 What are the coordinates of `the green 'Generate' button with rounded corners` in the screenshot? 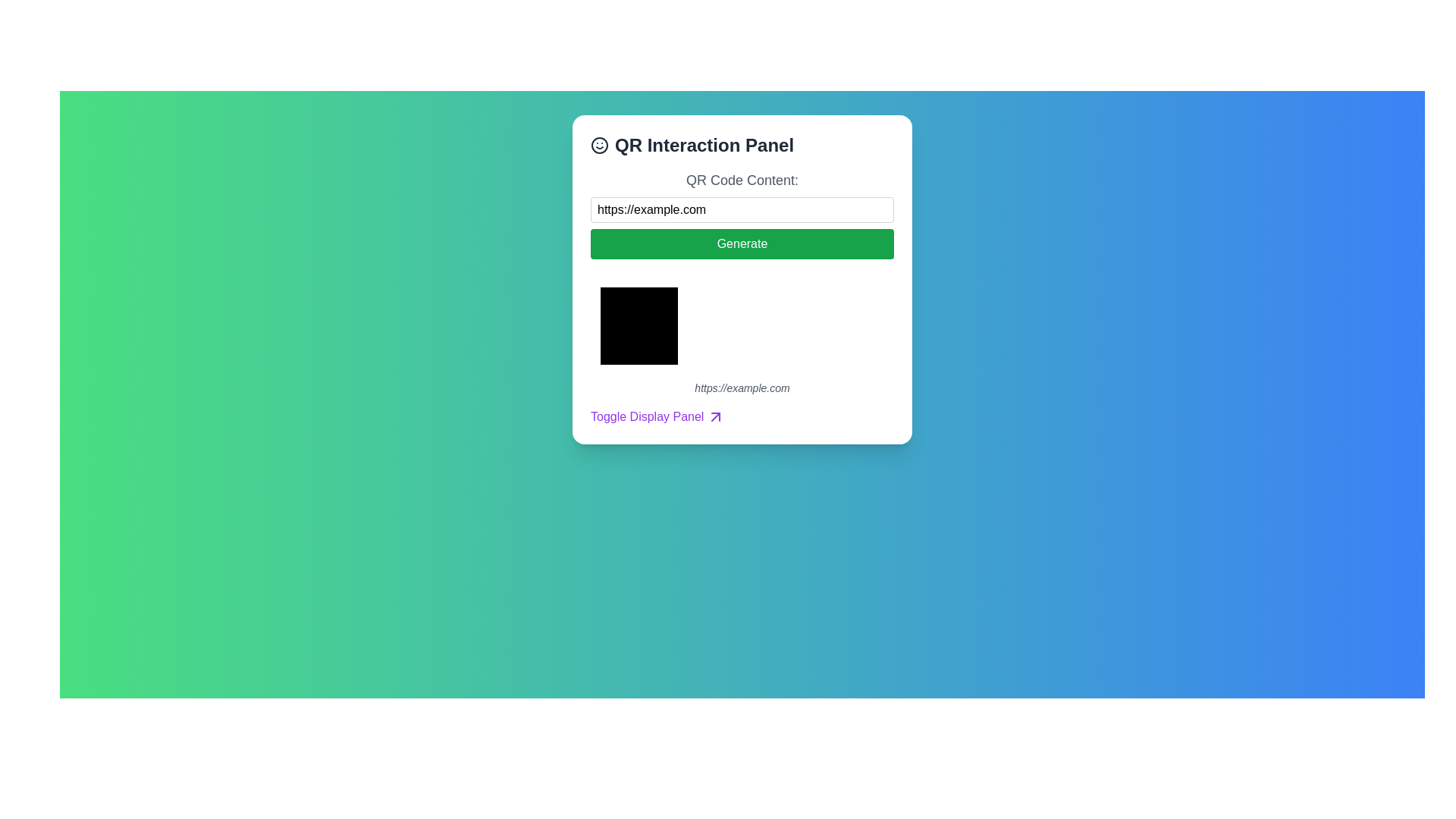 It's located at (742, 243).